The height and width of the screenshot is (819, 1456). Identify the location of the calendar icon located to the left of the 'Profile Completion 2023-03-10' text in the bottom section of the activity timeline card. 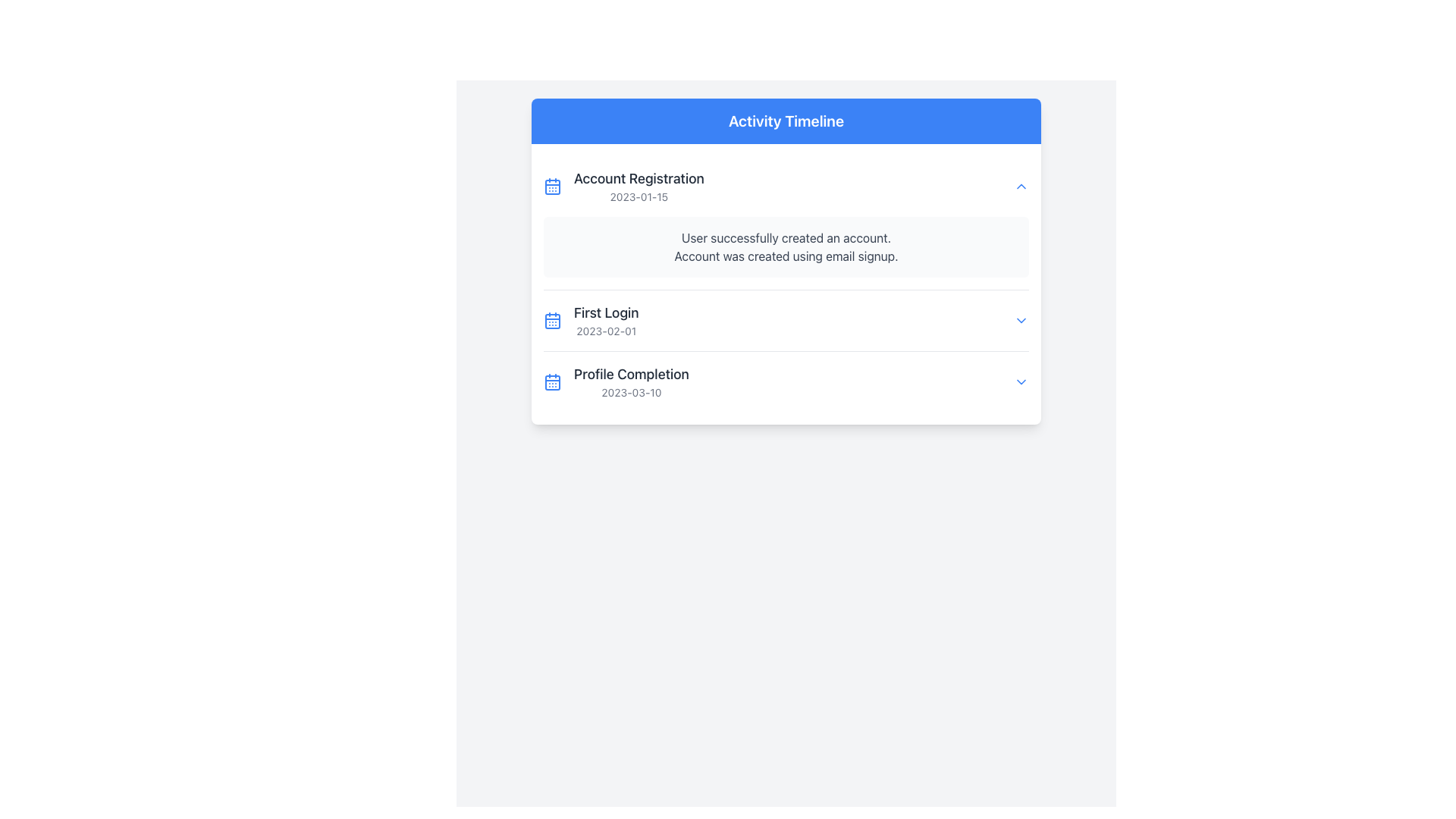
(552, 381).